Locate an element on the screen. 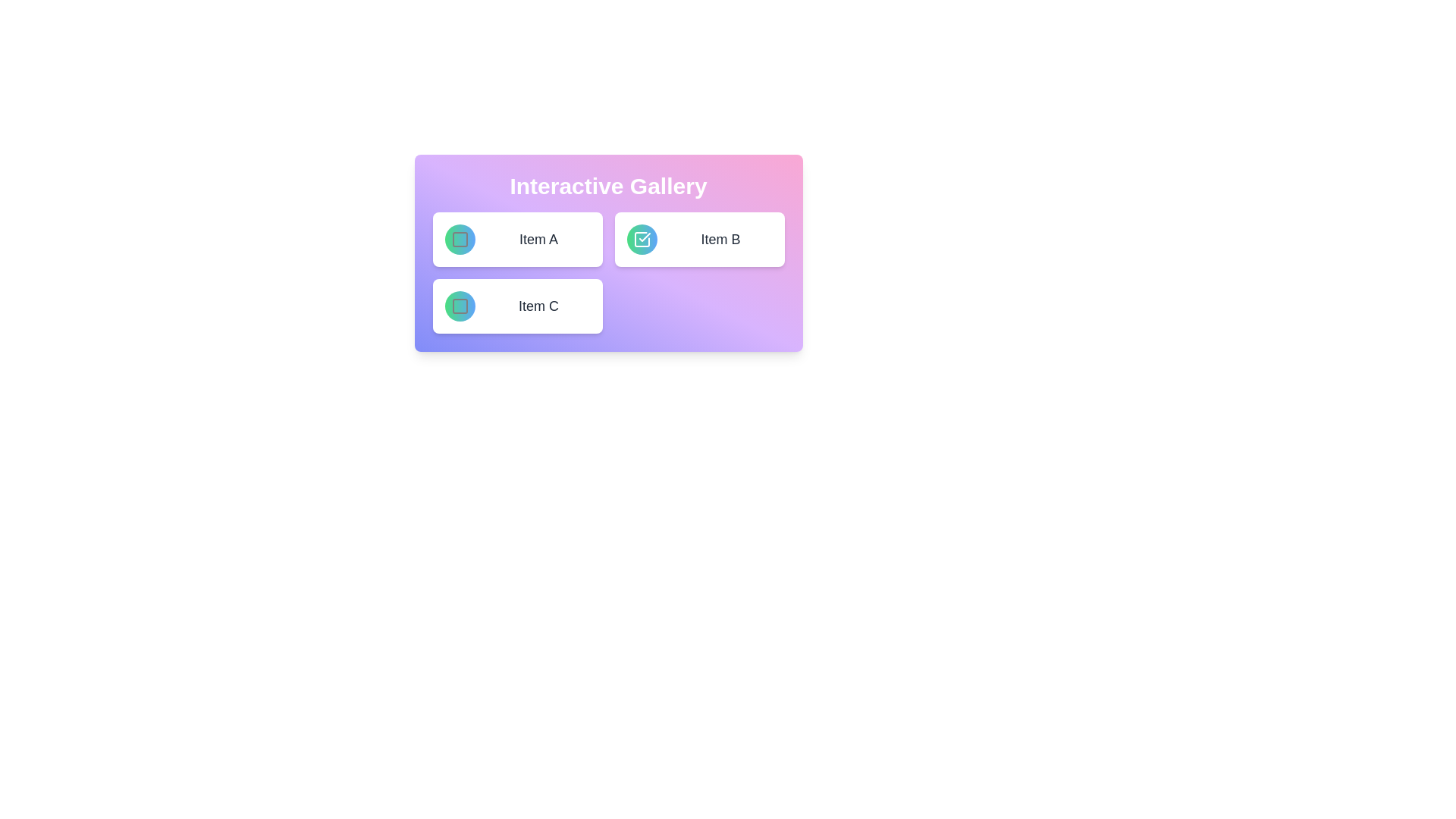 This screenshot has height=819, width=1456. the circular button with a gradient background transitioning from green to blue, featuring a checkmark overlaying a square, located within the 'Item B' card next to the label 'Item B' is located at coordinates (642, 239).